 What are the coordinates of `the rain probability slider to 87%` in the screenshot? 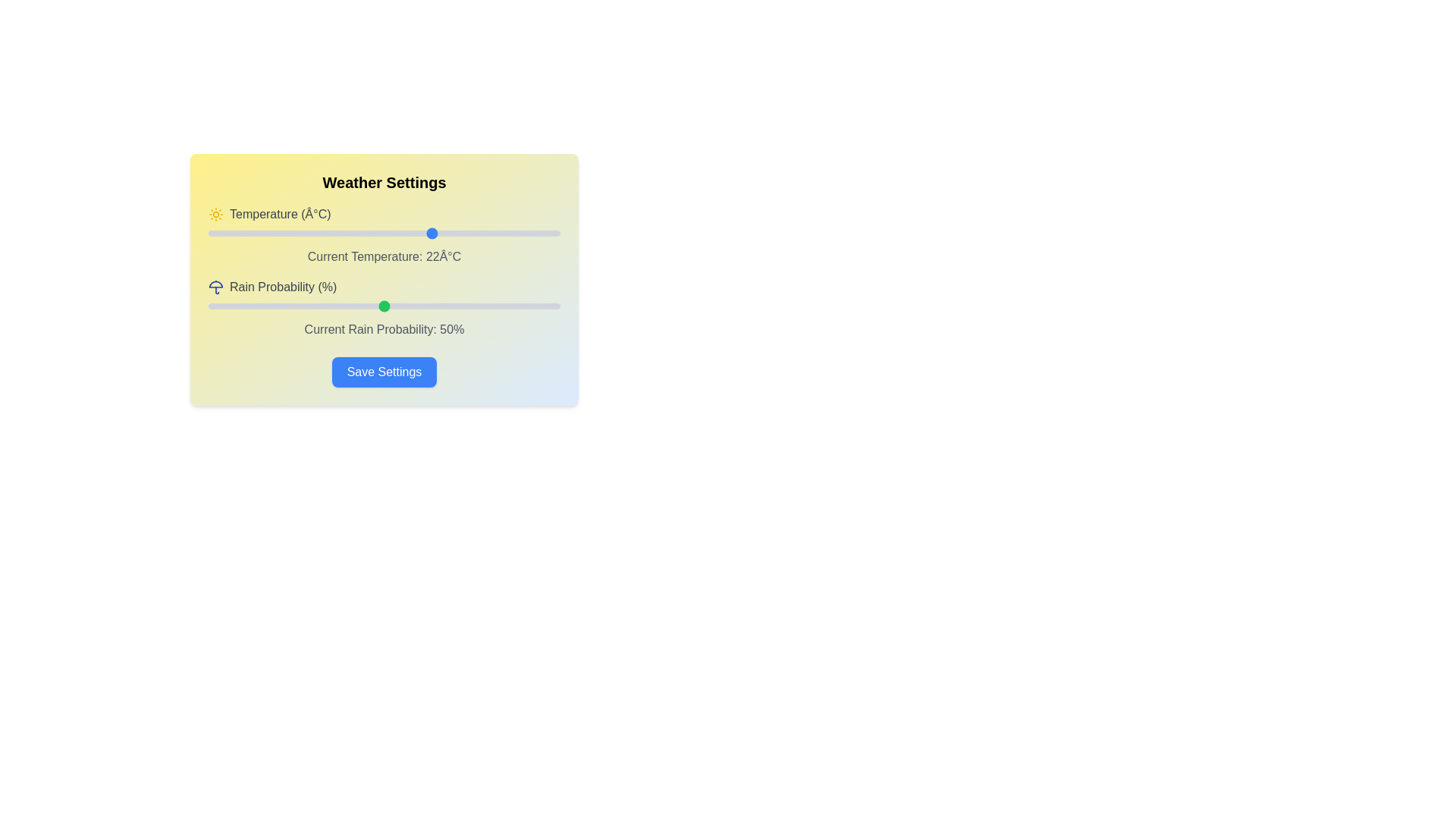 It's located at (514, 306).